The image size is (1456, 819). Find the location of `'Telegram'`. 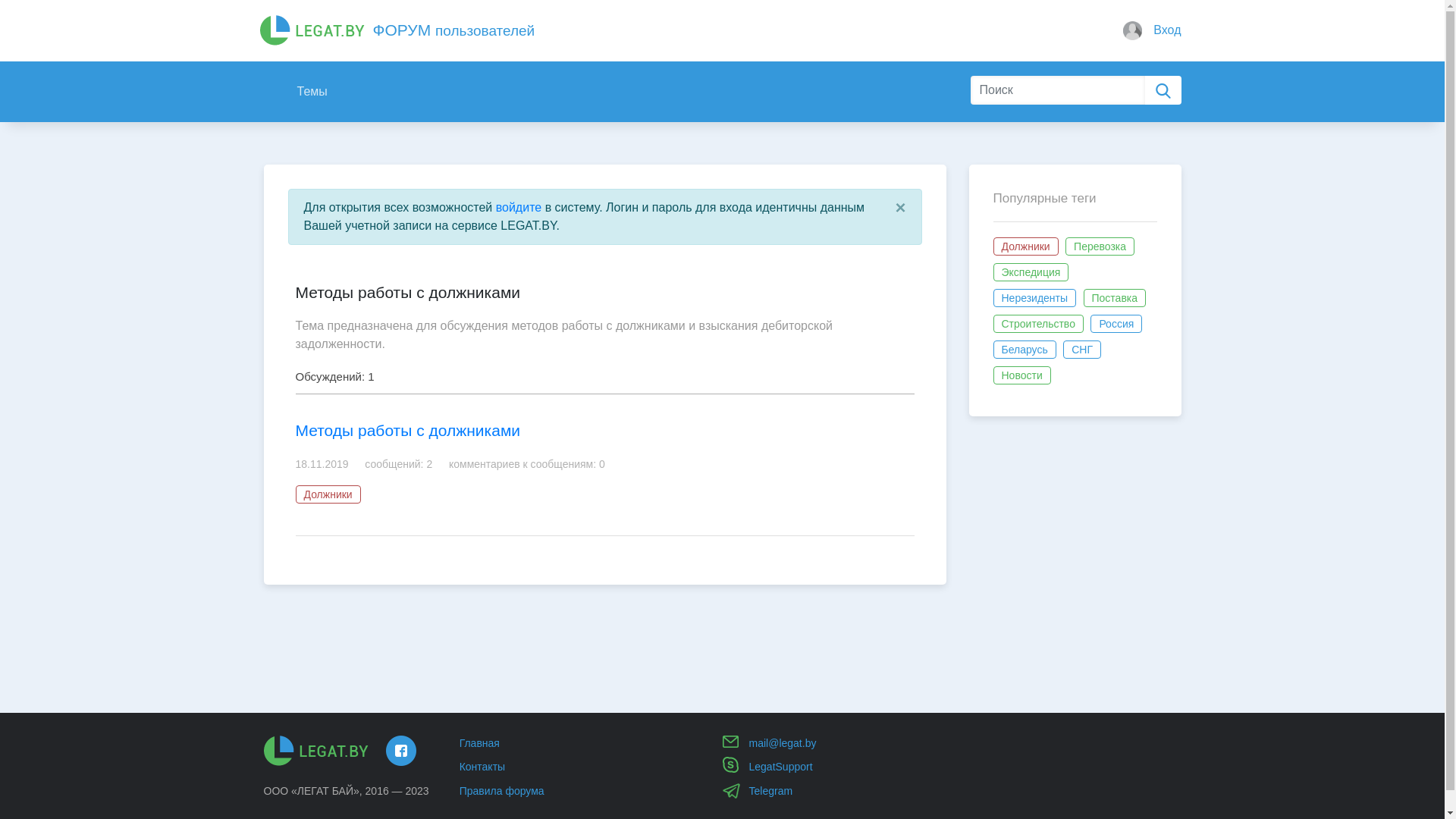

'Telegram' is located at coordinates (771, 789).